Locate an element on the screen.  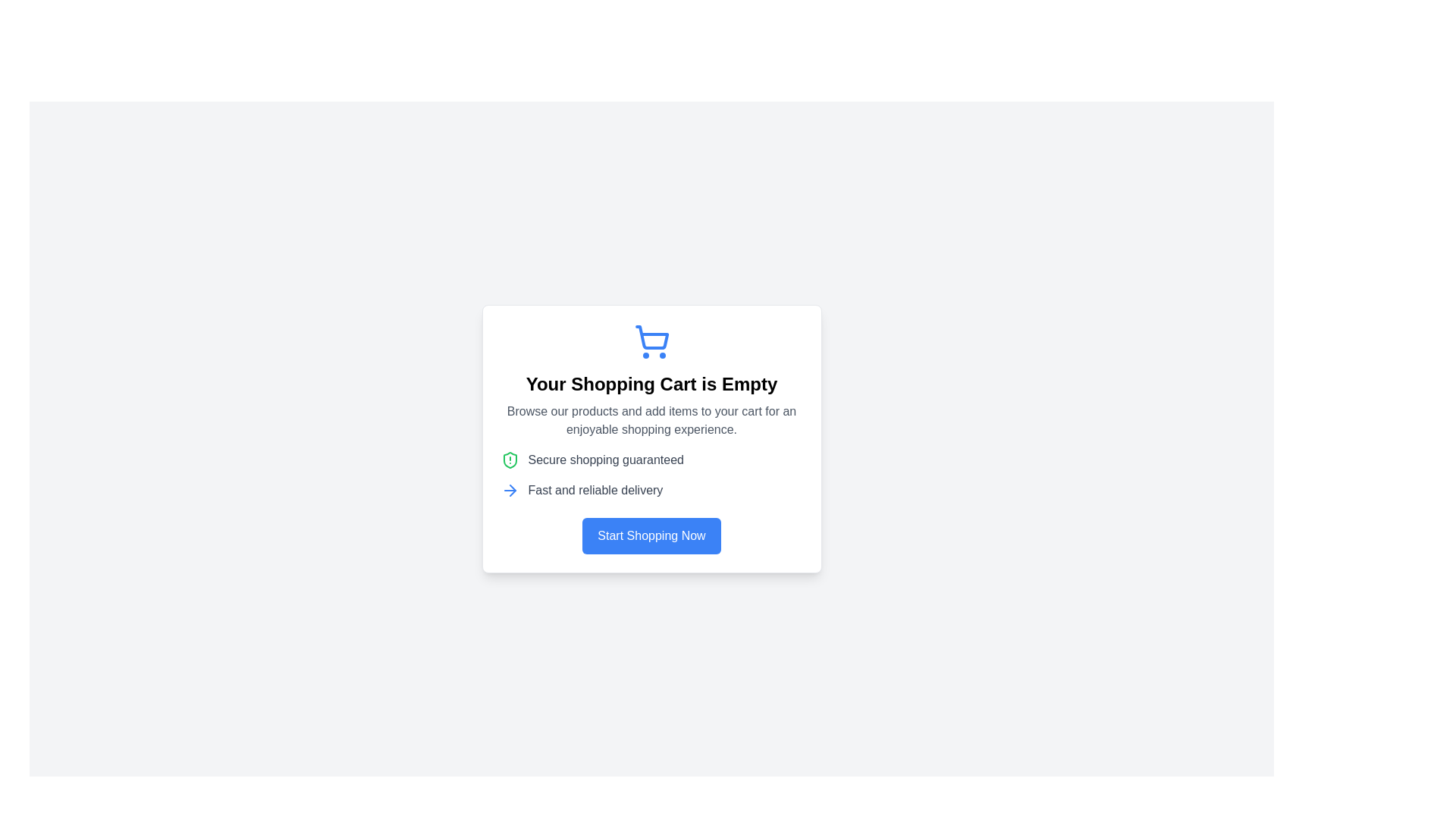
the blue arrow icon pointing to the right, which is located on the left side of the text 'Fast and reliable delivery.' is located at coordinates (510, 491).